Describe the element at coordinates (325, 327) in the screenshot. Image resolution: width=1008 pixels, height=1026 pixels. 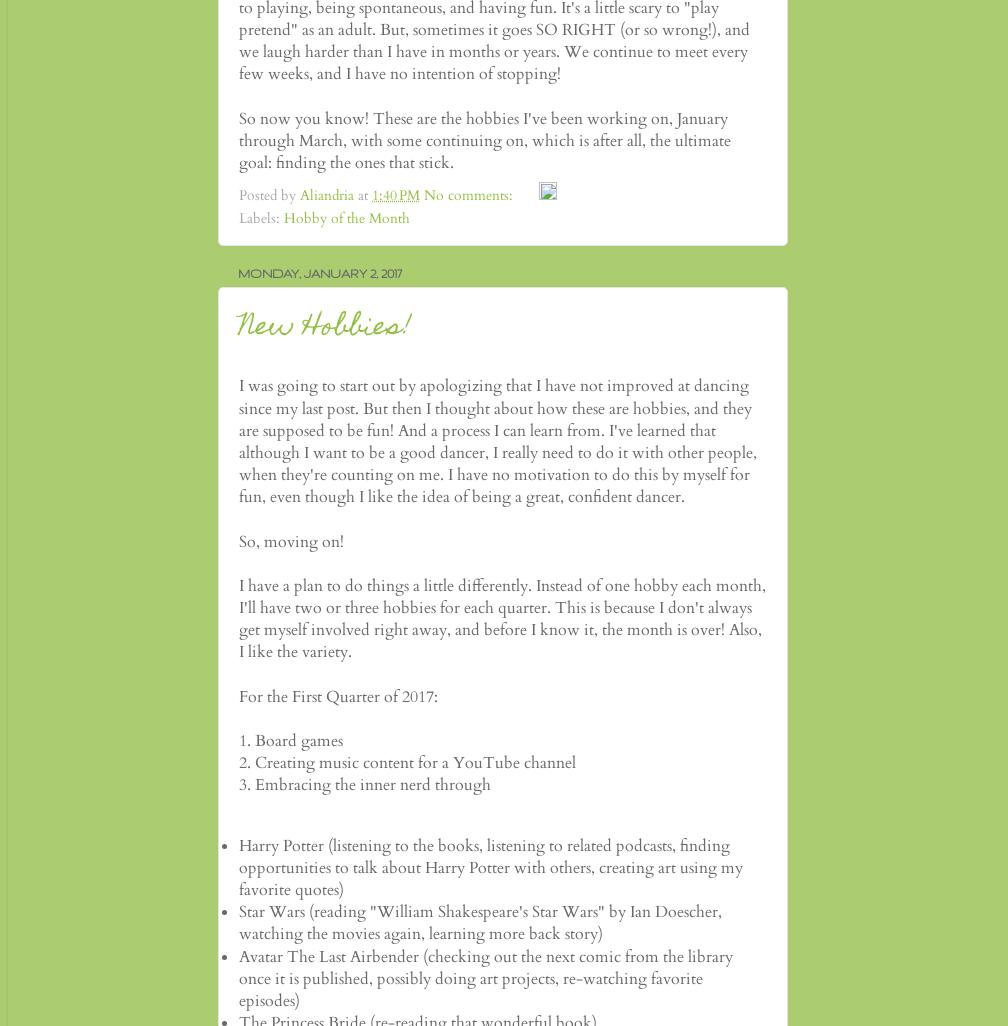
I see `'New Hobbies!'` at that location.